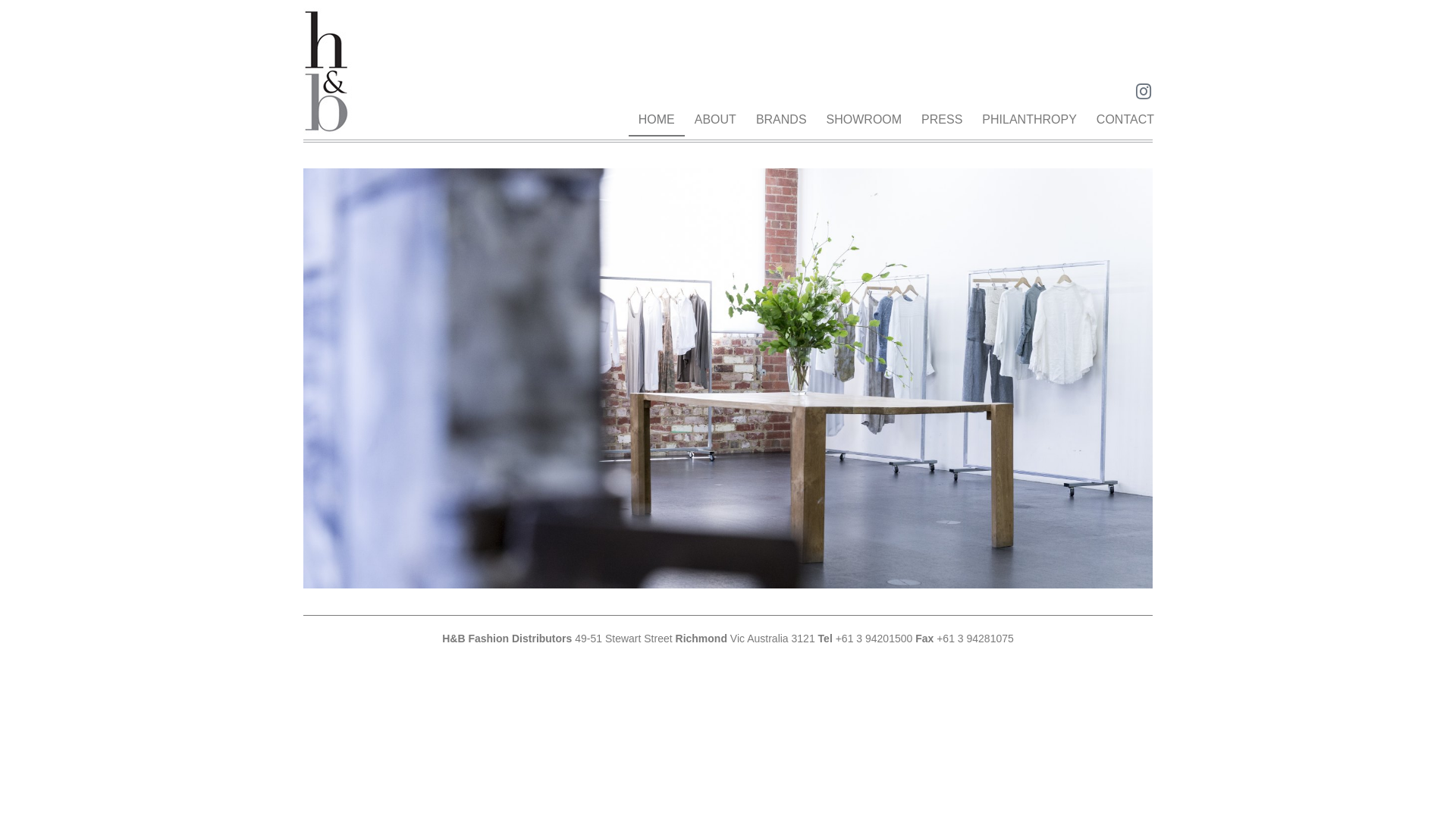 The height and width of the screenshot is (819, 1456). What do you see at coordinates (941, 119) in the screenshot?
I see `'PRESS'` at bounding box center [941, 119].